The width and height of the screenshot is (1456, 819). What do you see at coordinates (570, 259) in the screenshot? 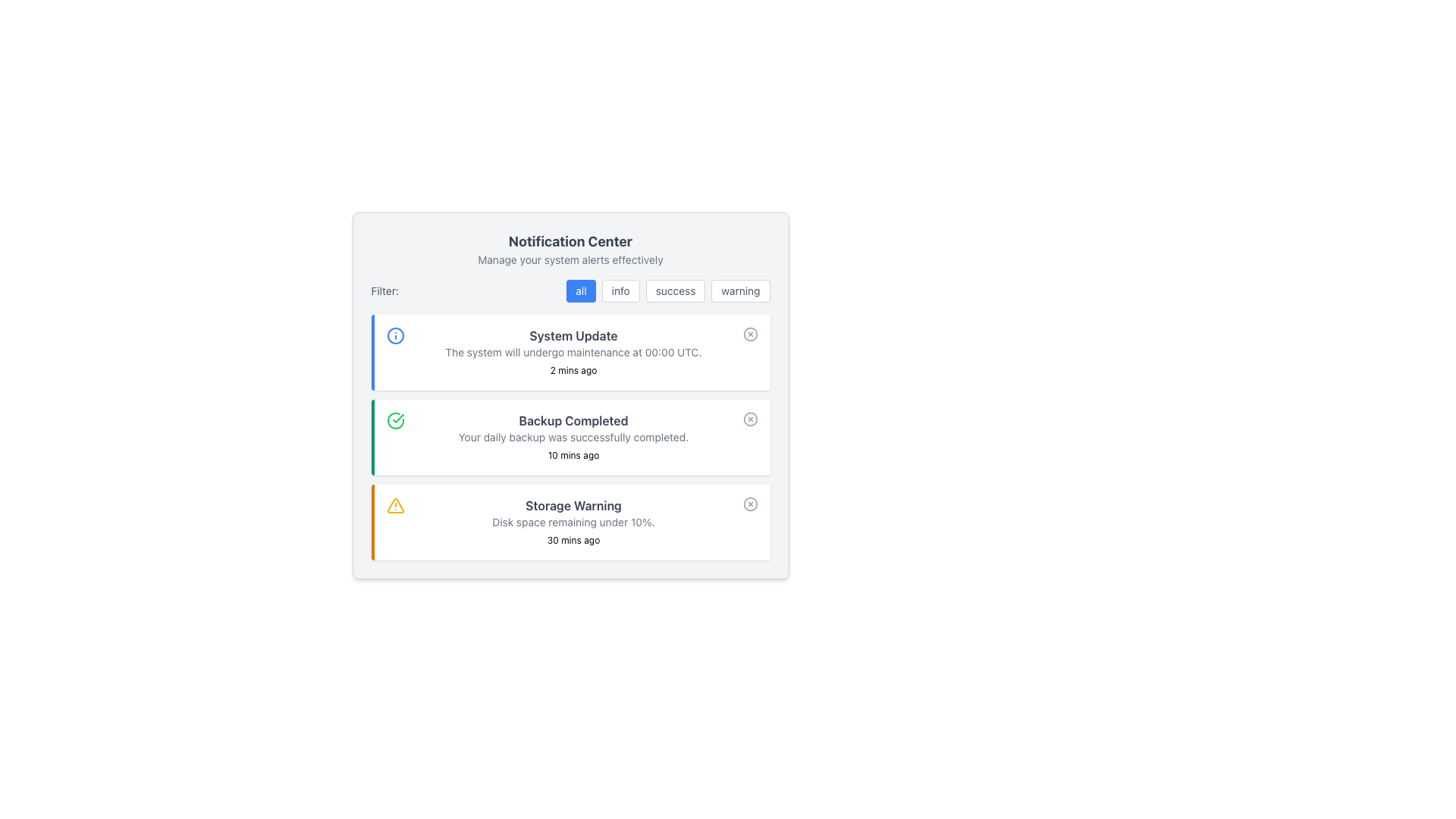
I see `the static text that serves as a descriptive tagline or instructional subtitle, located directly beneath the 'Notification Center' title` at bounding box center [570, 259].